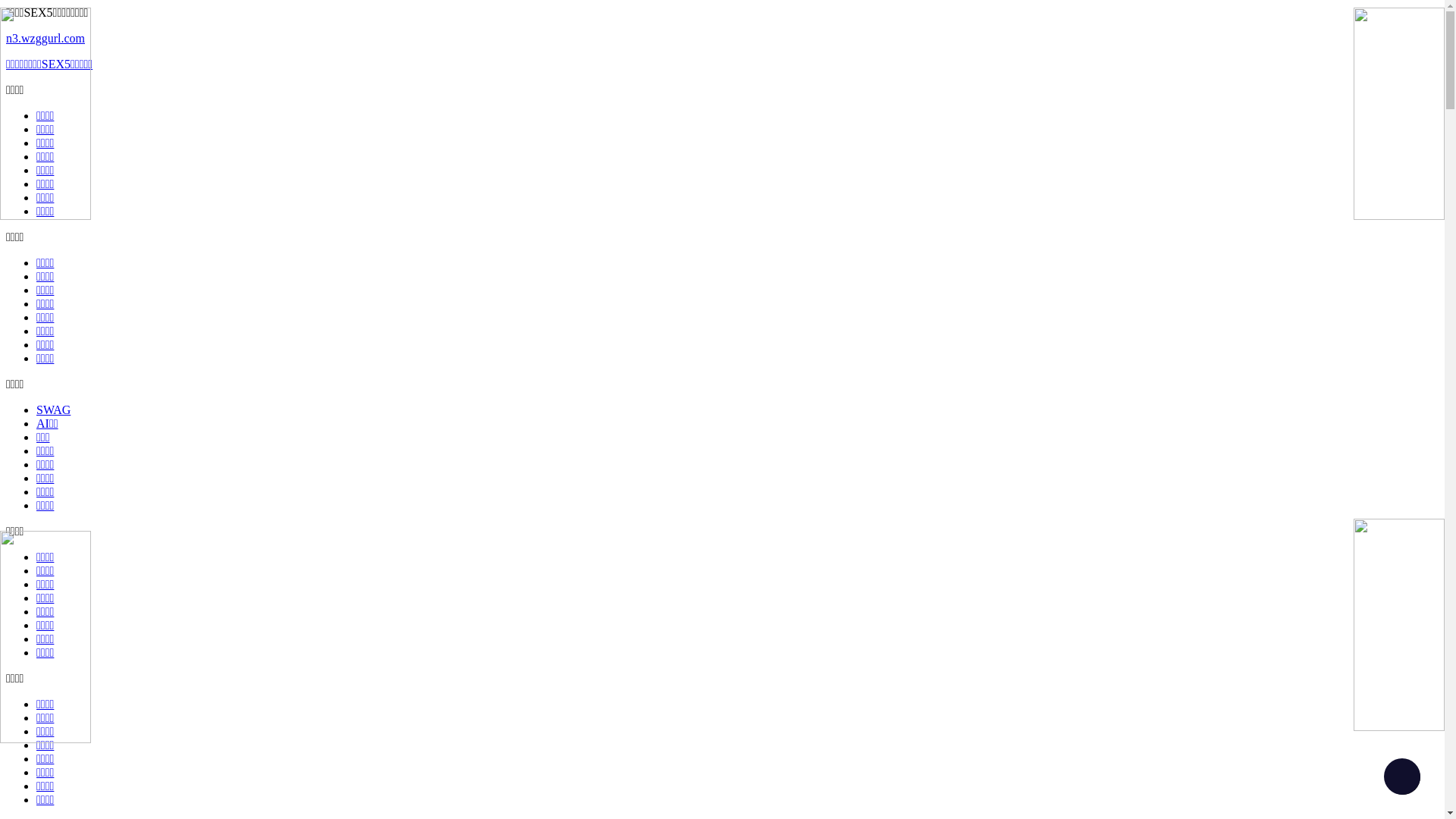  Describe the element at coordinates (53, 409) in the screenshot. I see `'SWAG'` at that location.